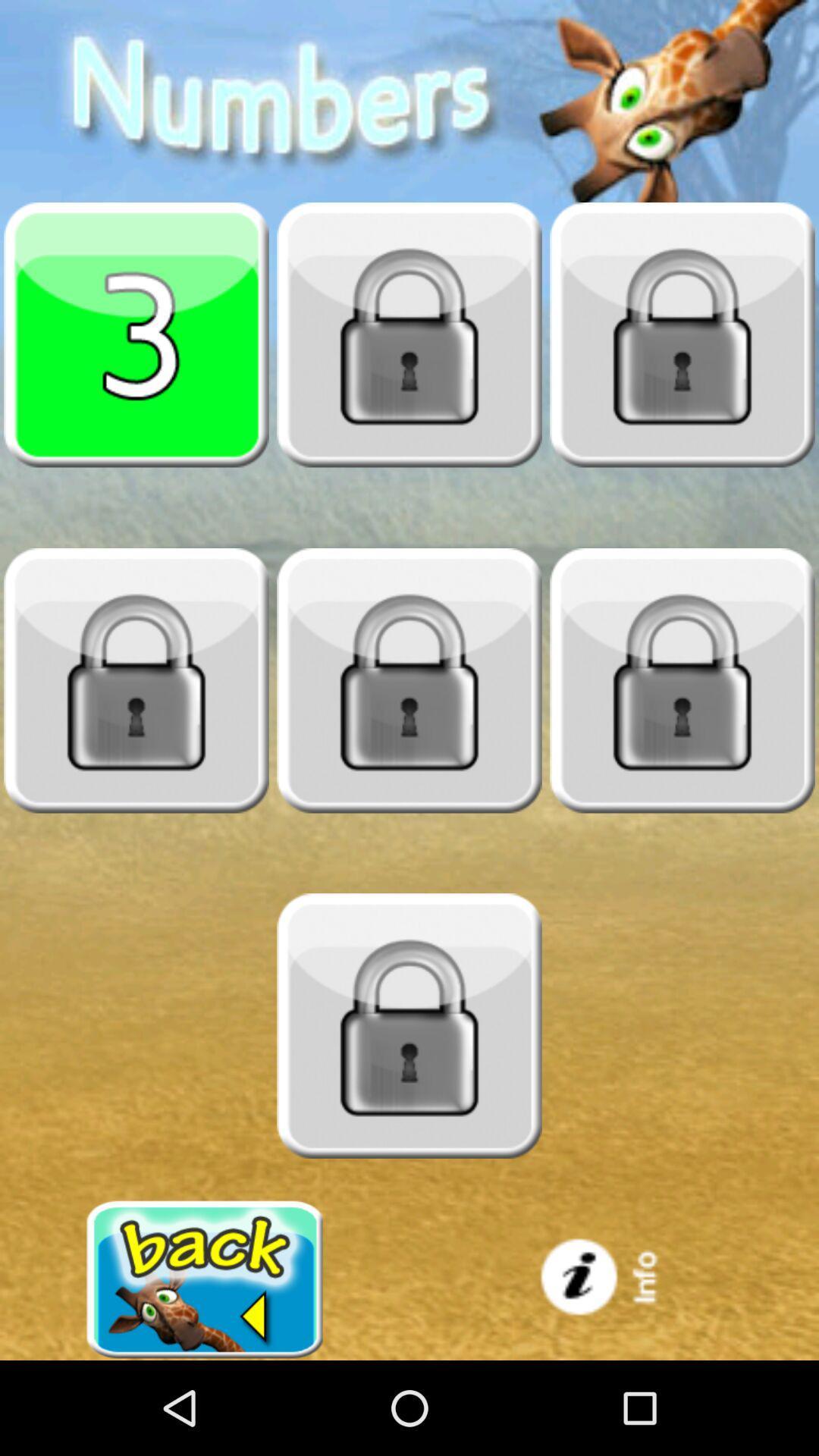 This screenshot has height=1456, width=819. What do you see at coordinates (681, 679) in the screenshot?
I see `unlock another number` at bounding box center [681, 679].